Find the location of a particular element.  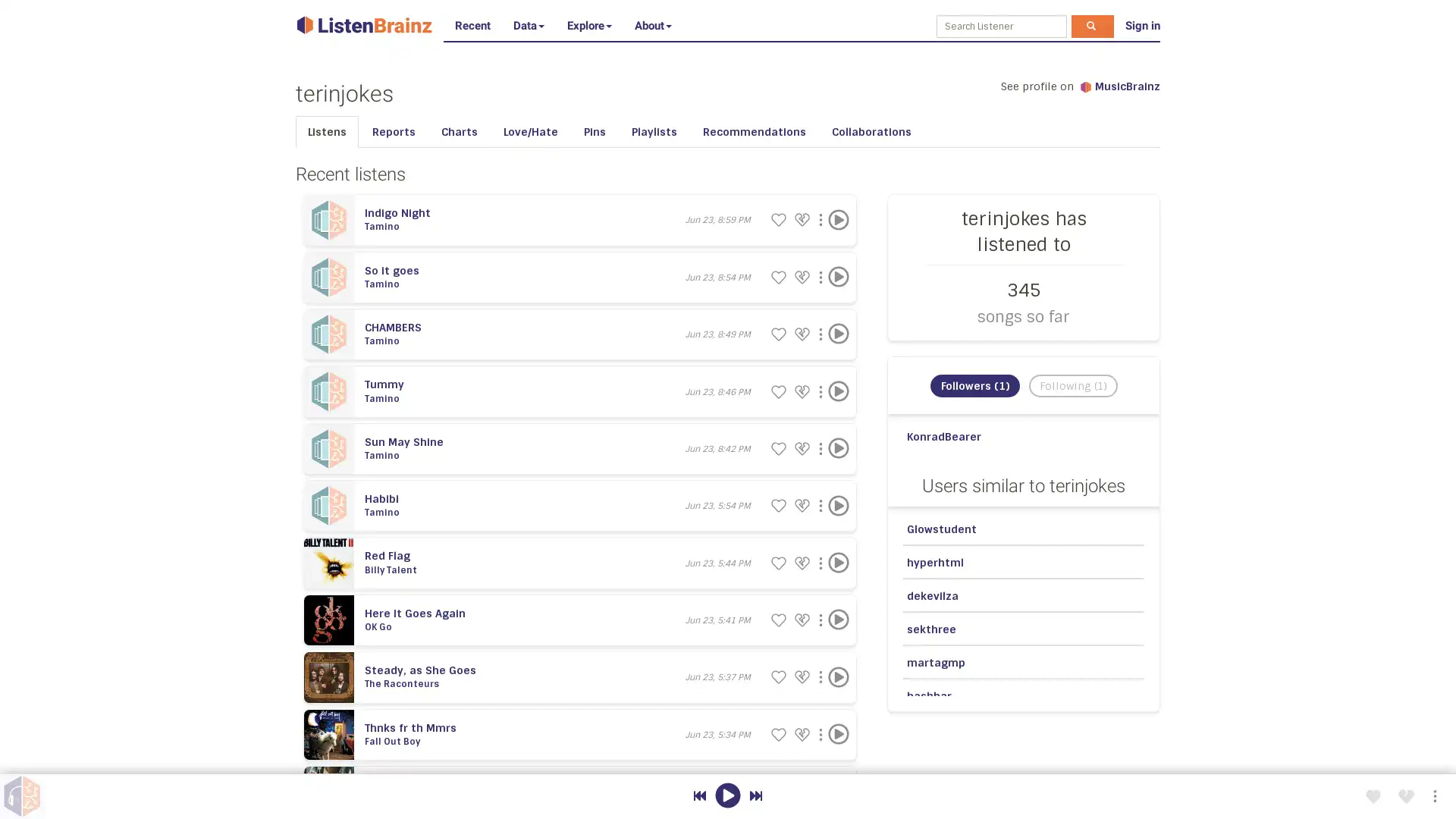

Following (1) is located at coordinates (1072, 385).